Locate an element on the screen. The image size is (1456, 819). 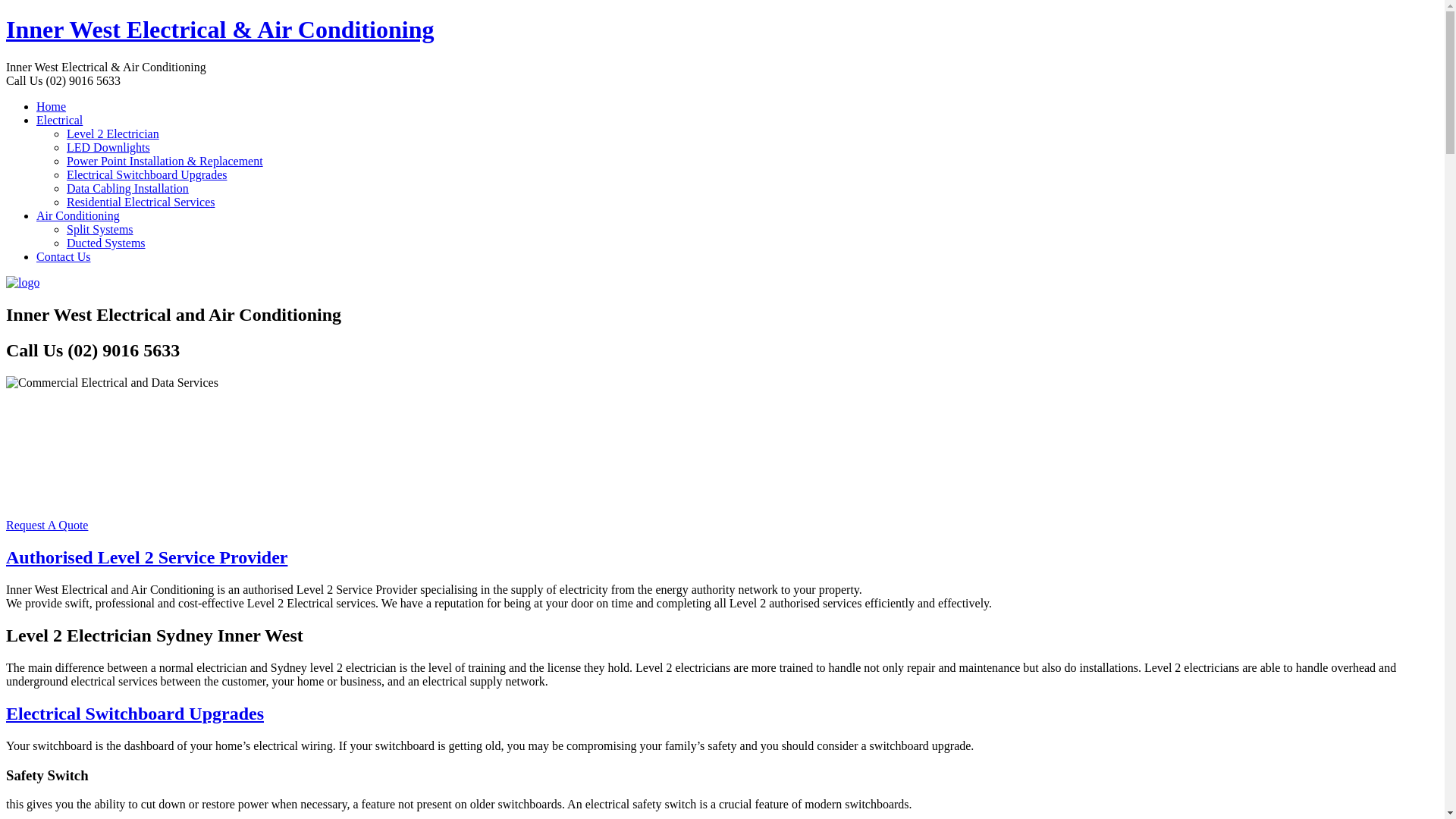
'Ducted Systems' is located at coordinates (105, 242).